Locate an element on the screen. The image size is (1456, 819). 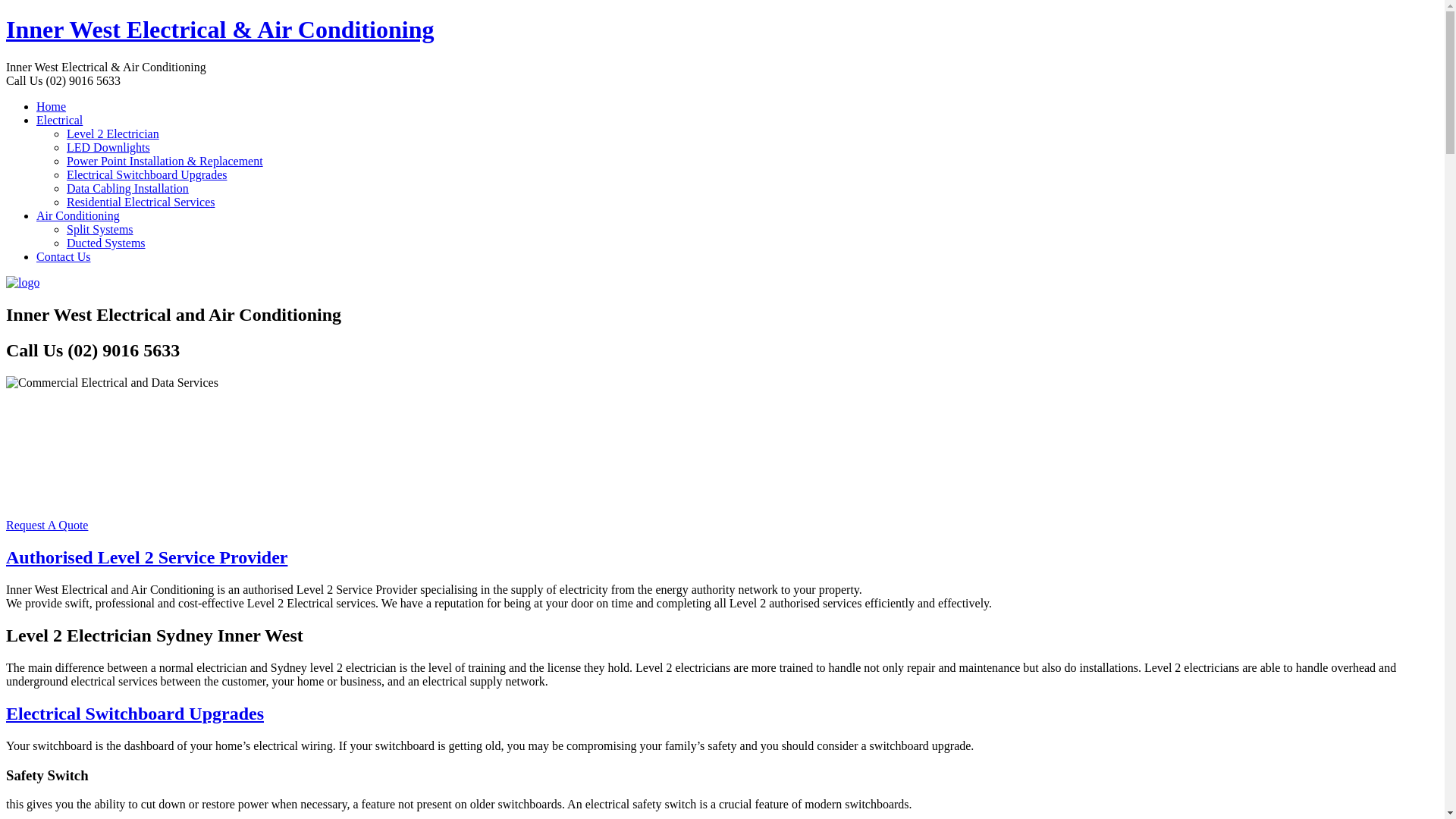
'Ducted Systems' is located at coordinates (105, 242).